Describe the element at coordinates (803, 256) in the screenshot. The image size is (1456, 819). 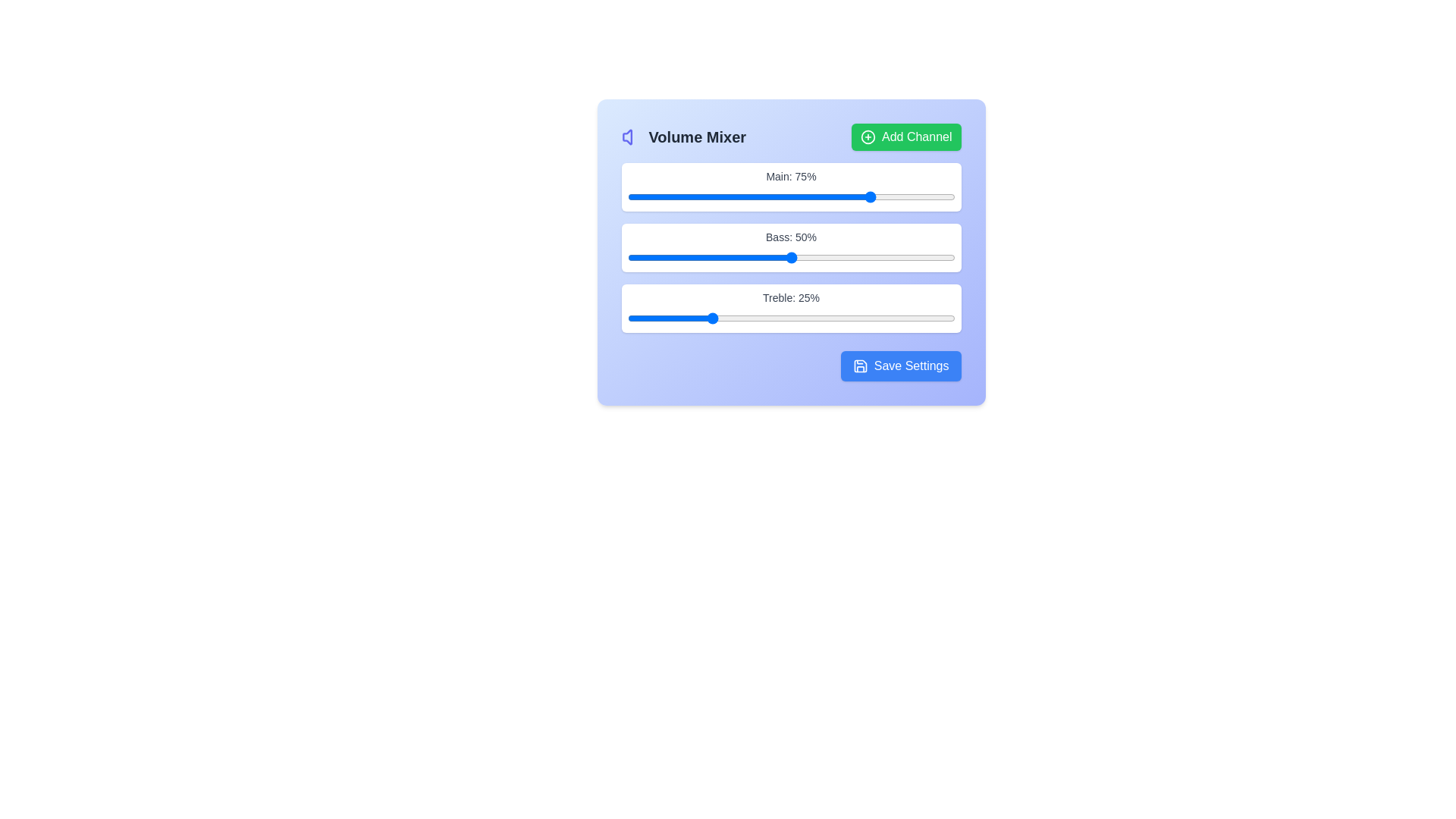
I see `bass level` at that location.